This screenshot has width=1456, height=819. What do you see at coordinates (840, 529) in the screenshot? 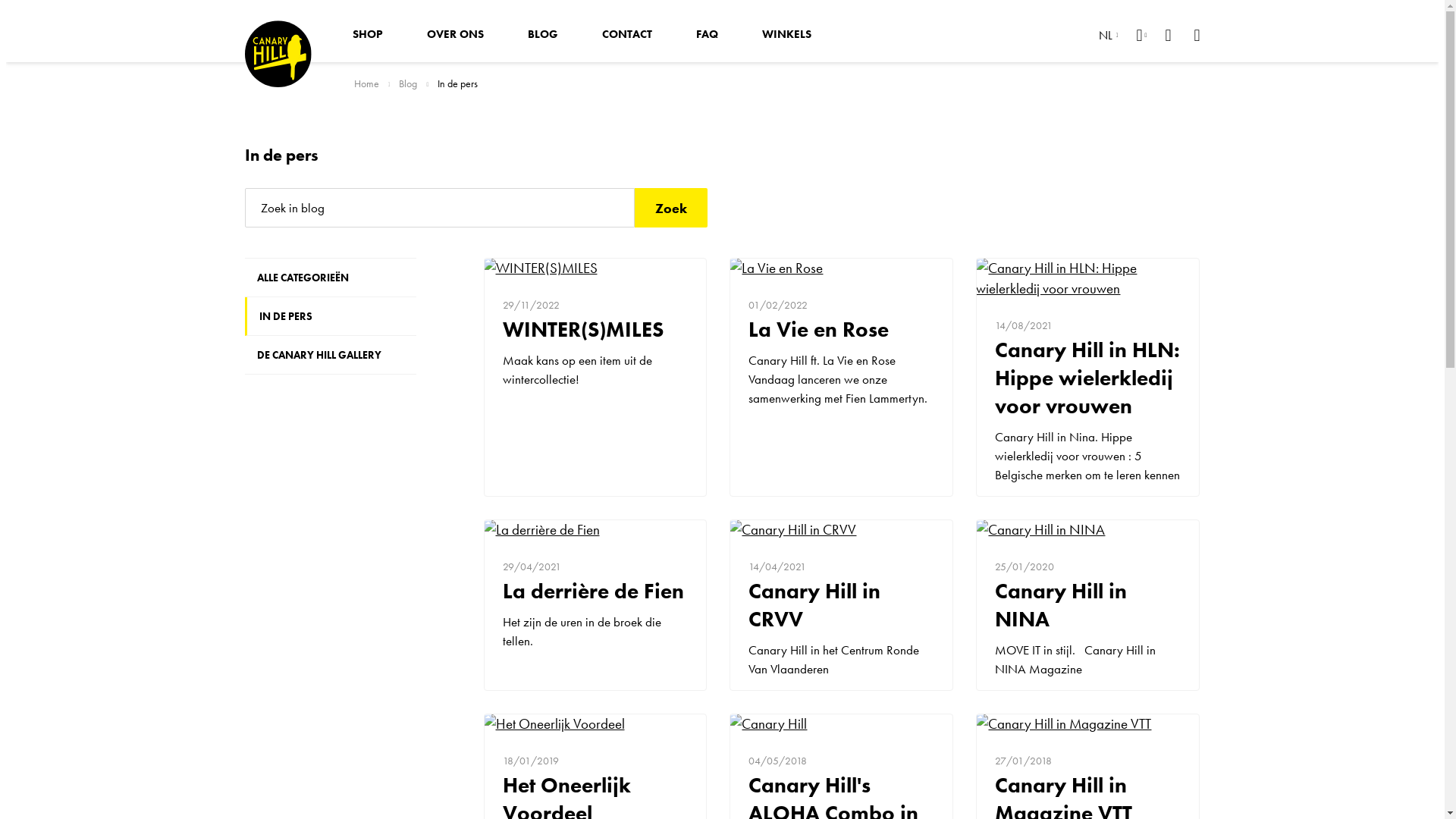
I see `'Canary Hill in CRVV'` at bounding box center [840, 529].